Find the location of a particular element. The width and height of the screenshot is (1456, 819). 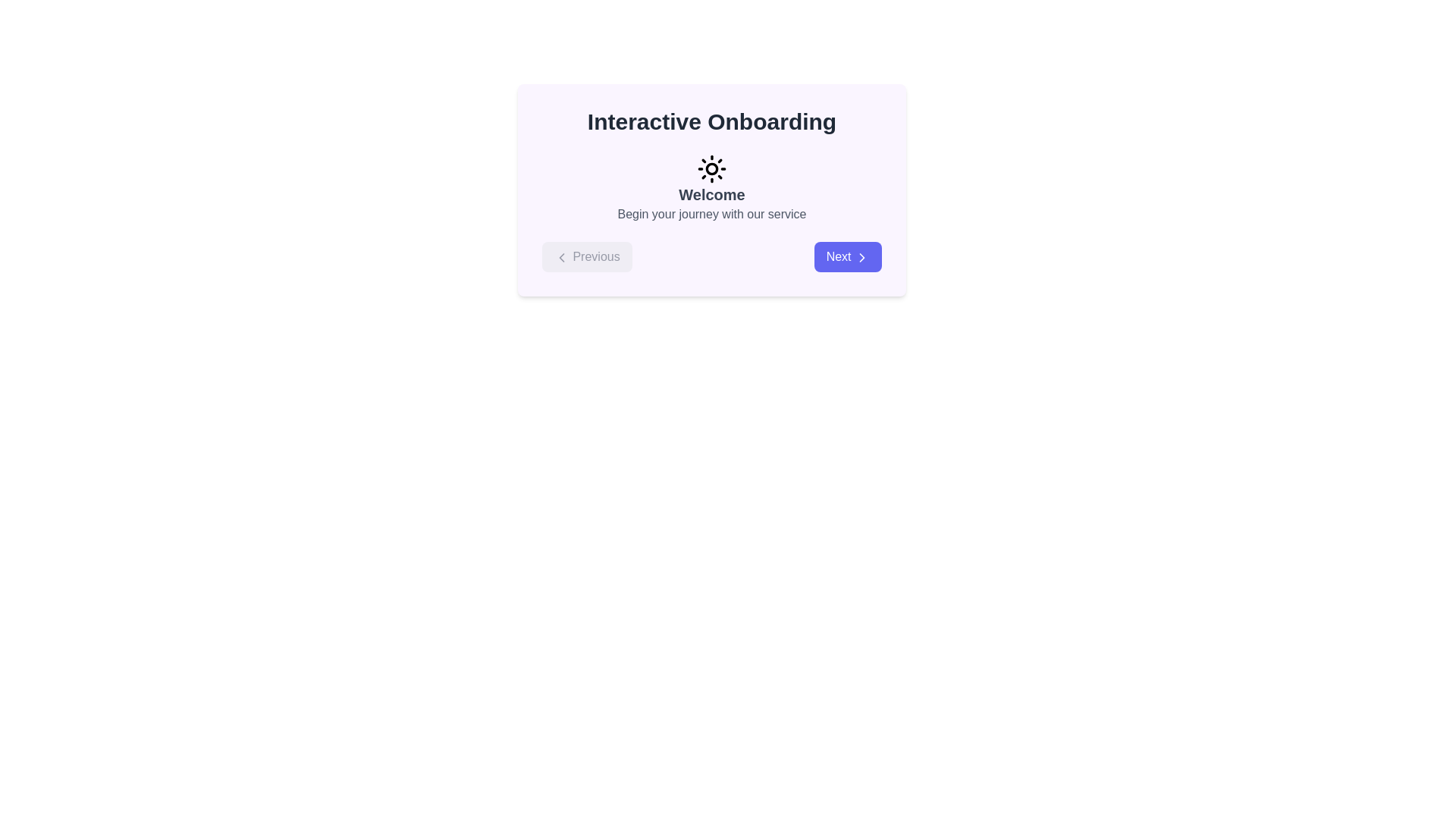

the chevron icon indicating the forward action within the 'Next' button, located in the bottom-right corner of the card layout for keyboard navigation is located at coordinates (862, 256).